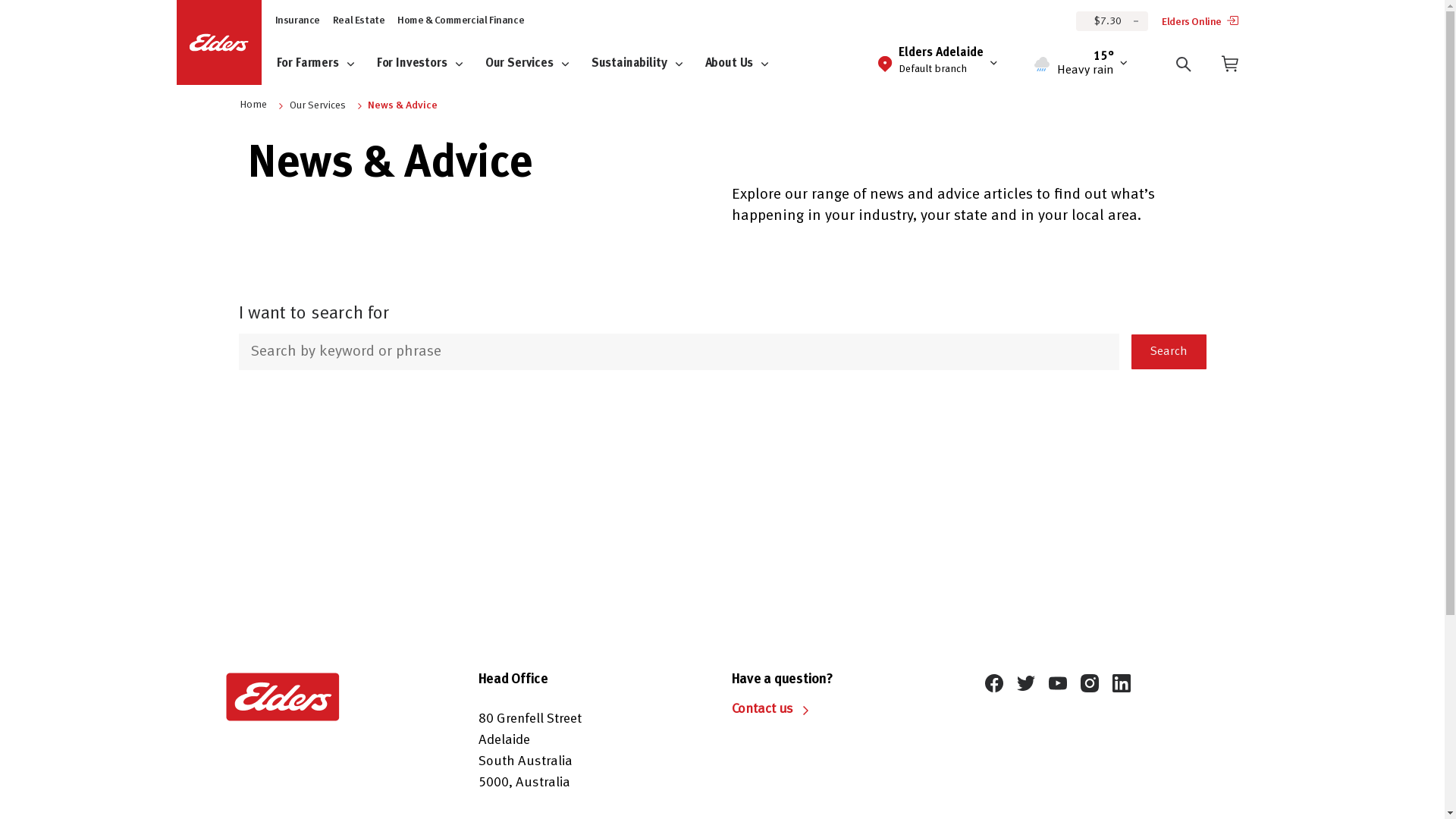 The height and width of the screenshot is (819, 1456). Describe the element at coordinates (745, 63) in the screenshot. I see `'About Us'` at that location.